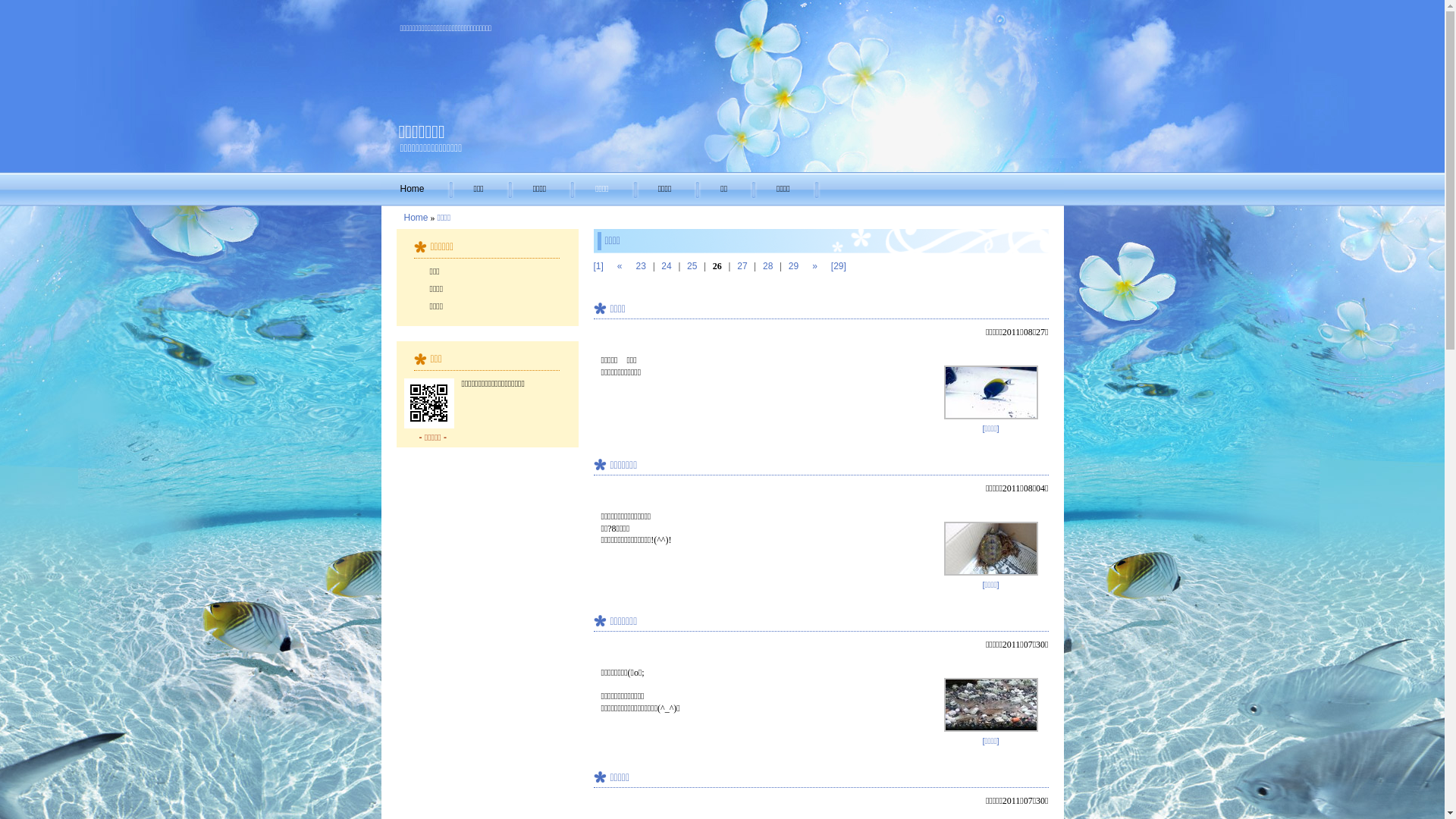 This screenshot has width=1456, height=819. What do you see at coordinates (691, 265) in the screenshot?
I see `'25'` at bounding box center [691, 265].